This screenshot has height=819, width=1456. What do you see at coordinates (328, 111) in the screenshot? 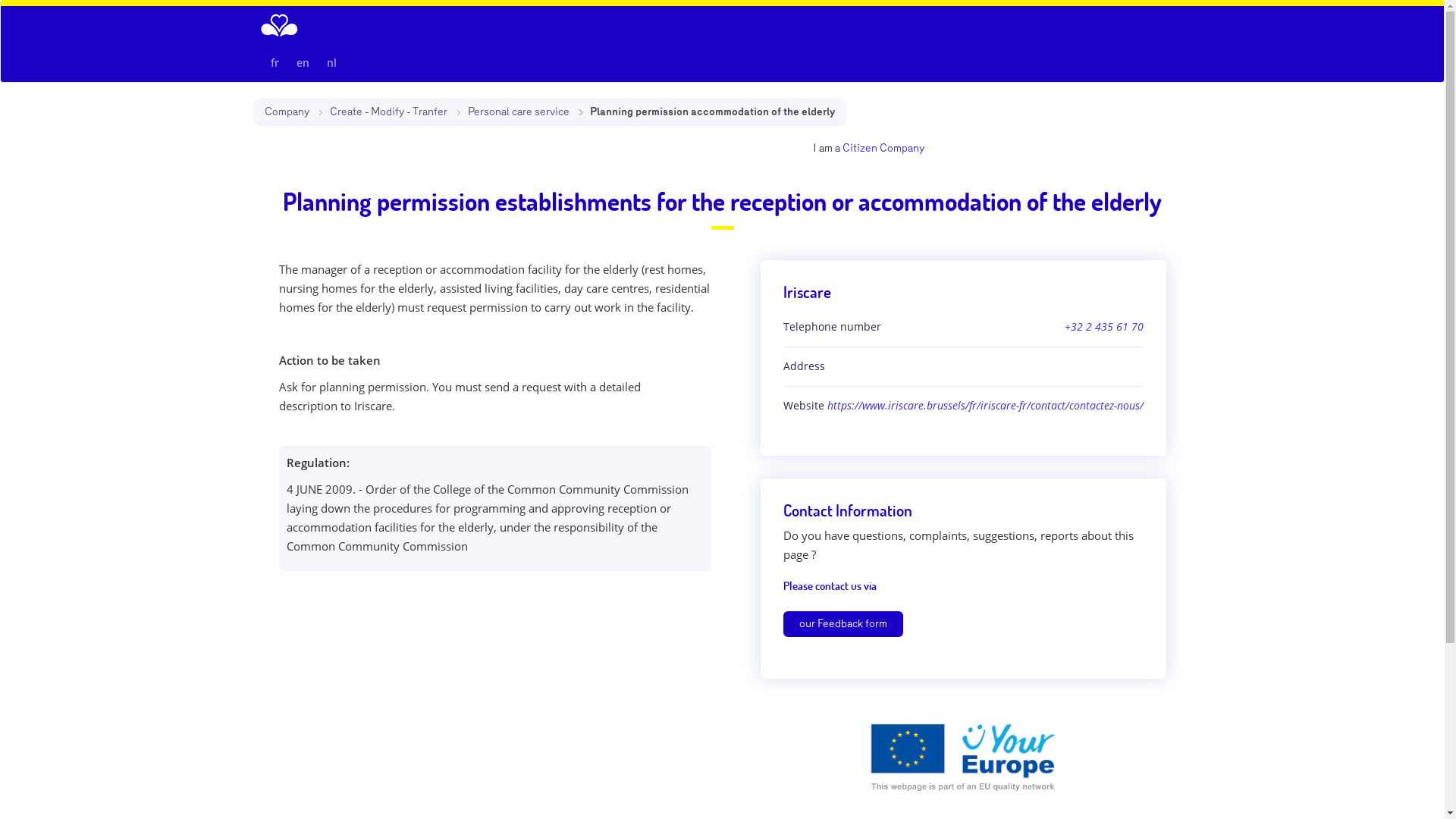
I see `'Create - Modify - Tranfer'` at bounding box center [328, 111].